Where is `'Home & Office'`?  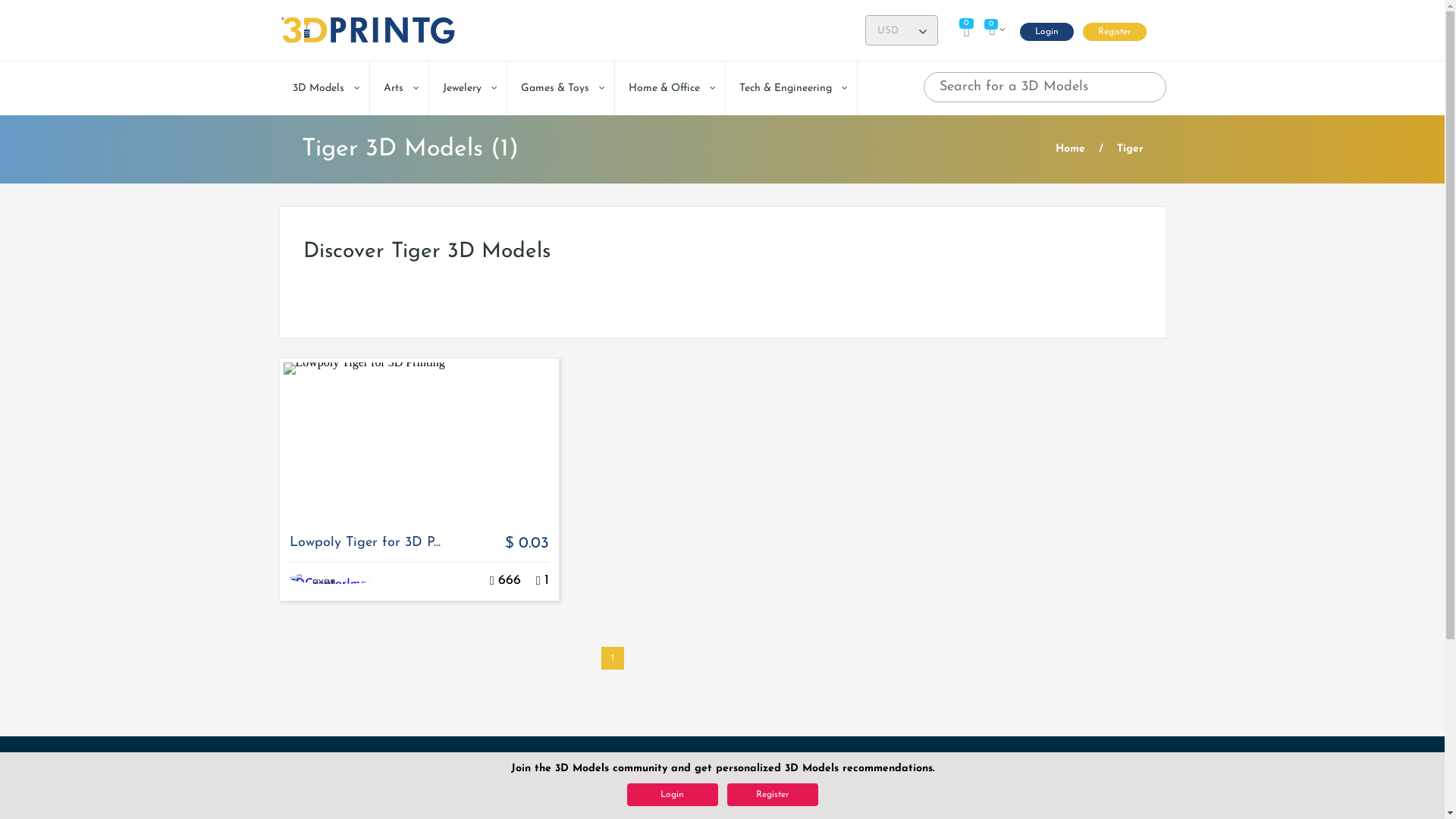 'Home & Office' is located at coordinates (668, 88).